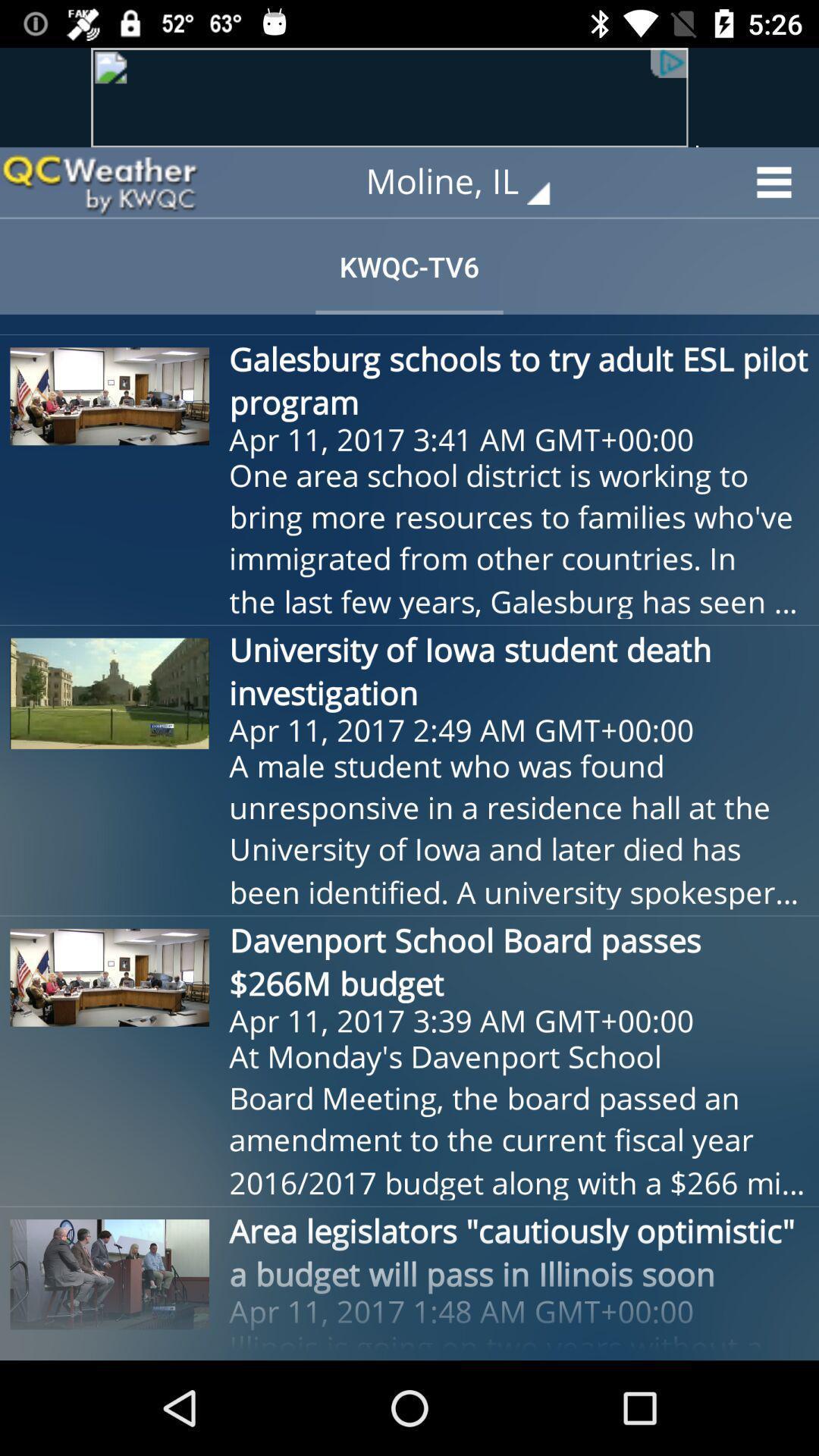 This screenshot has width=819, height=1456. Describe the element at coordinates (99, 182) in the screenshot. I see `icon next to moline, il icon` at that location.